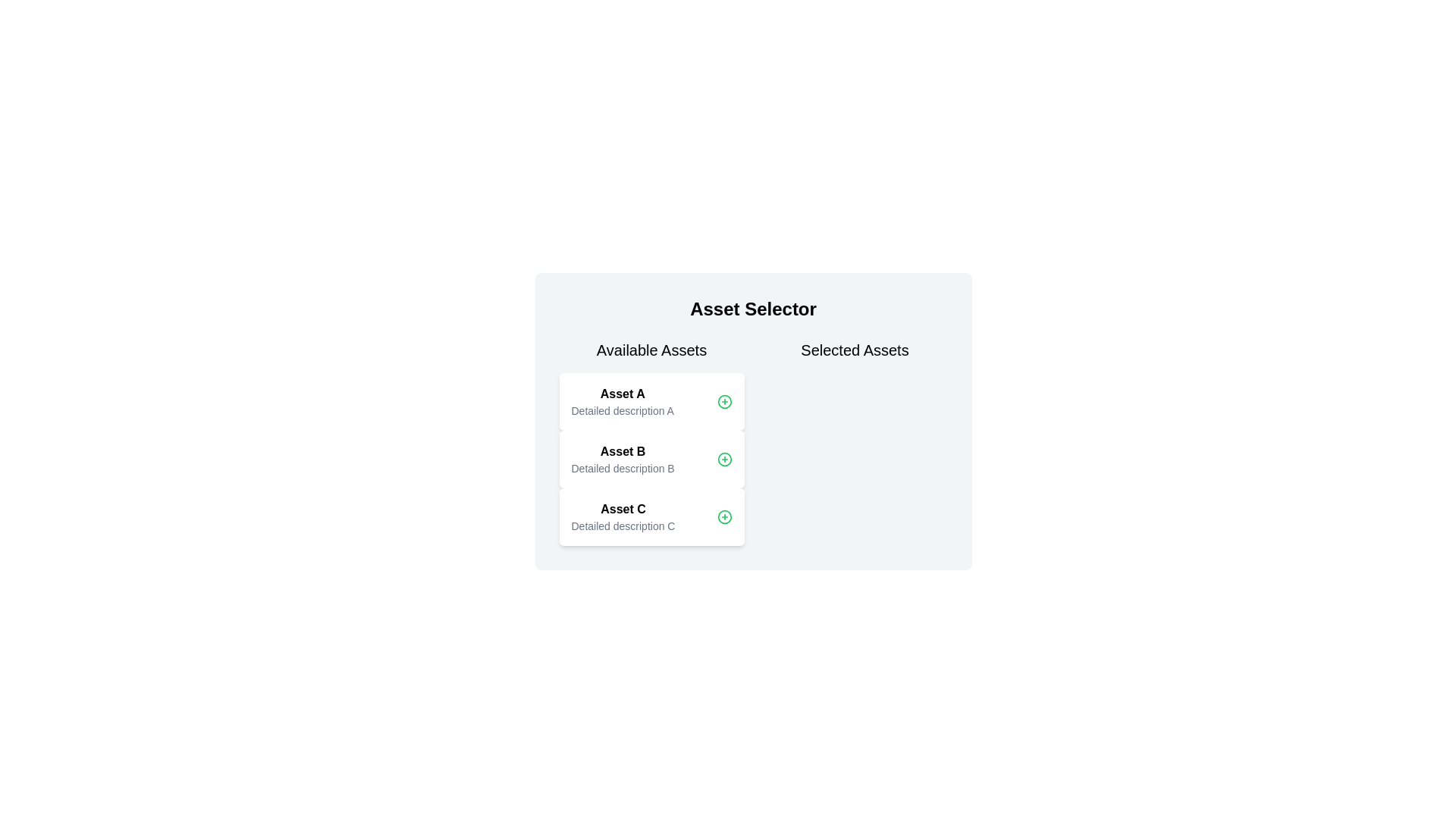 Image resolution: width=1456 pixels, height=819 pixels. I want to click on the second circular button associated with 'Asset B' in the 'Available Assets' column, so click(723, 400).